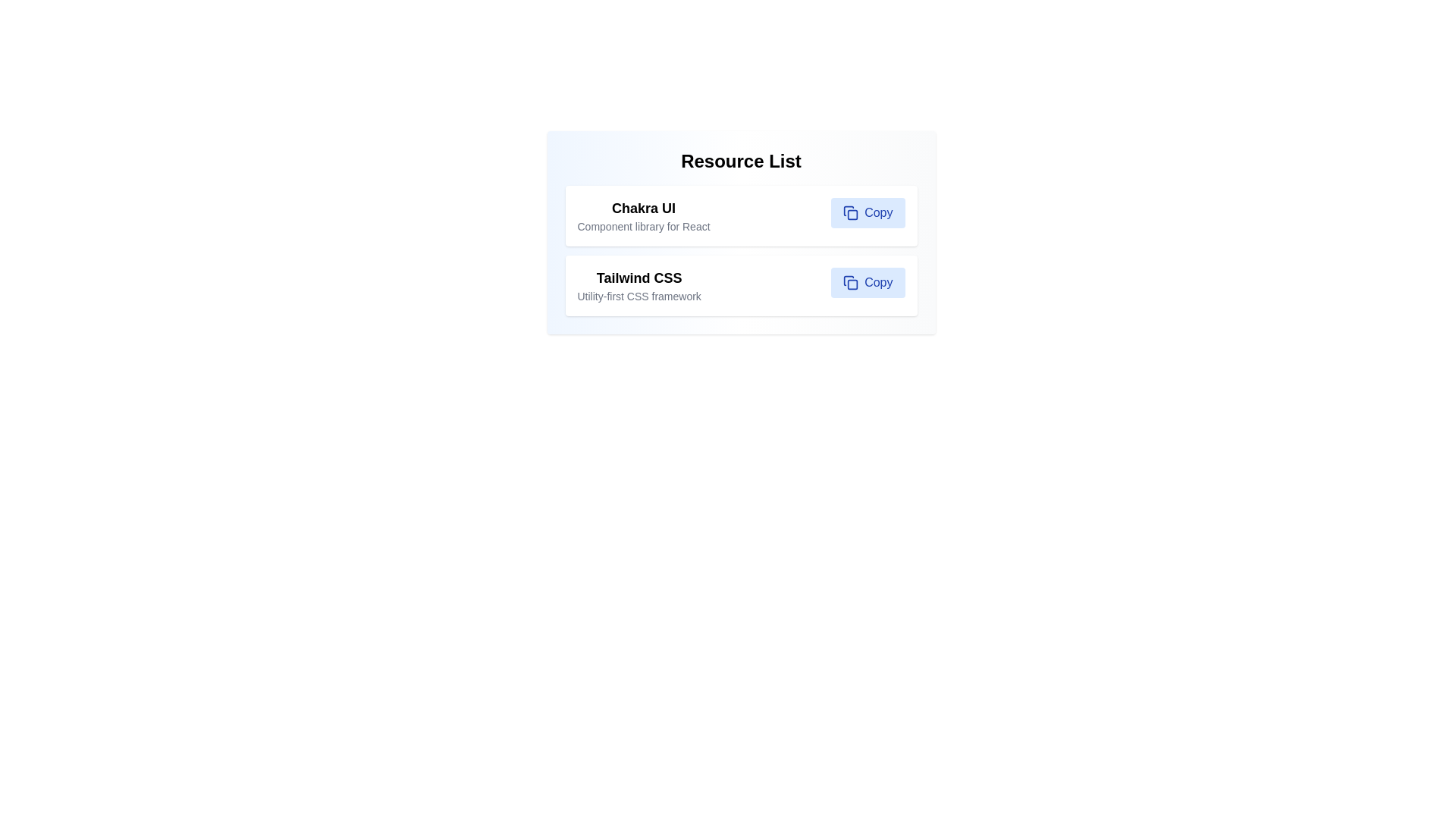 This screenshot has width=1456, height=819. I want to click on the copy button located in the card under the 'Tailwind CSS' heading, so click(868, 283).